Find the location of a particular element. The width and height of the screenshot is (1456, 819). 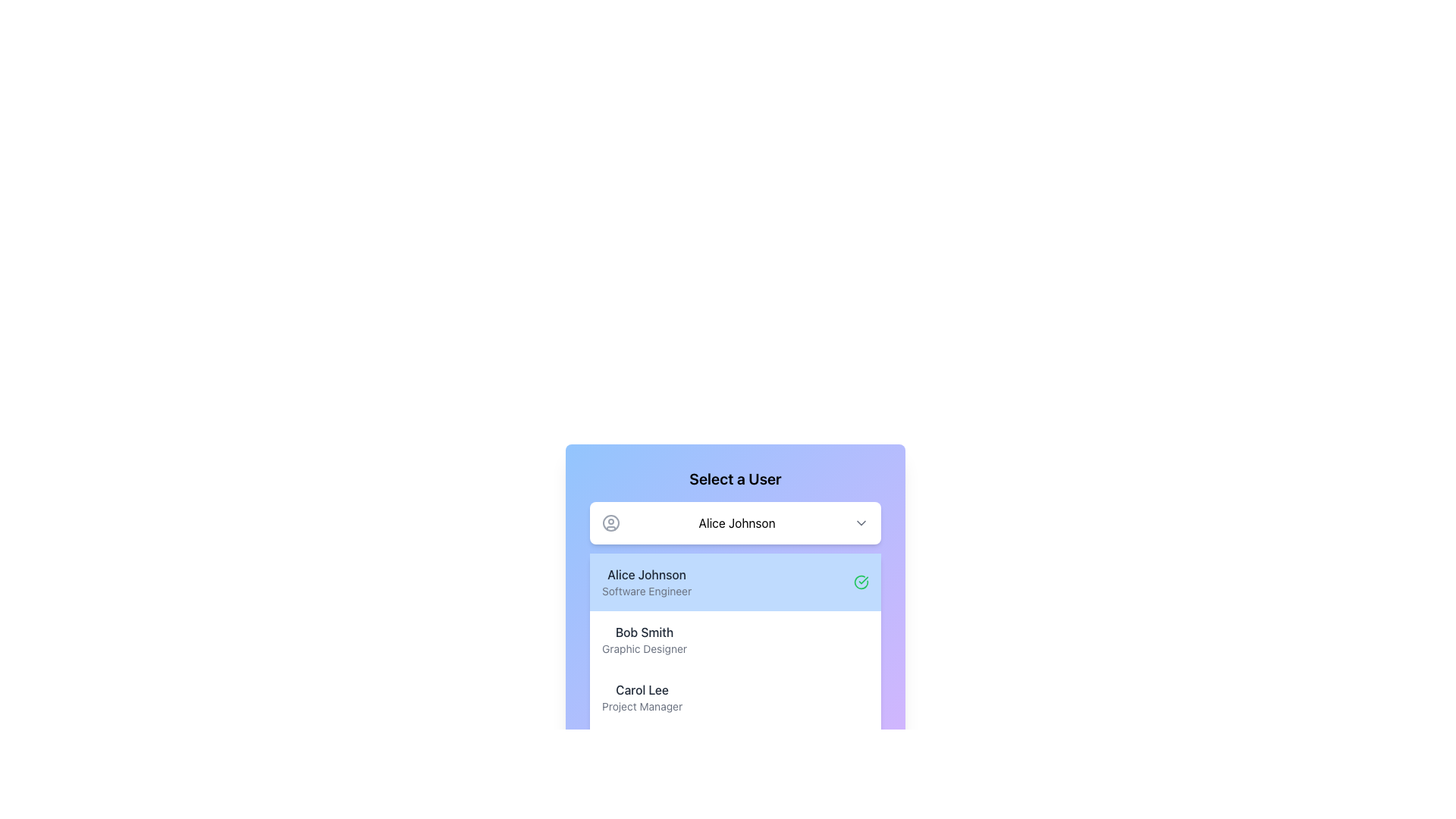

the selectable list item displaying 'Bob Smith' is located at coordinates (735, 640).